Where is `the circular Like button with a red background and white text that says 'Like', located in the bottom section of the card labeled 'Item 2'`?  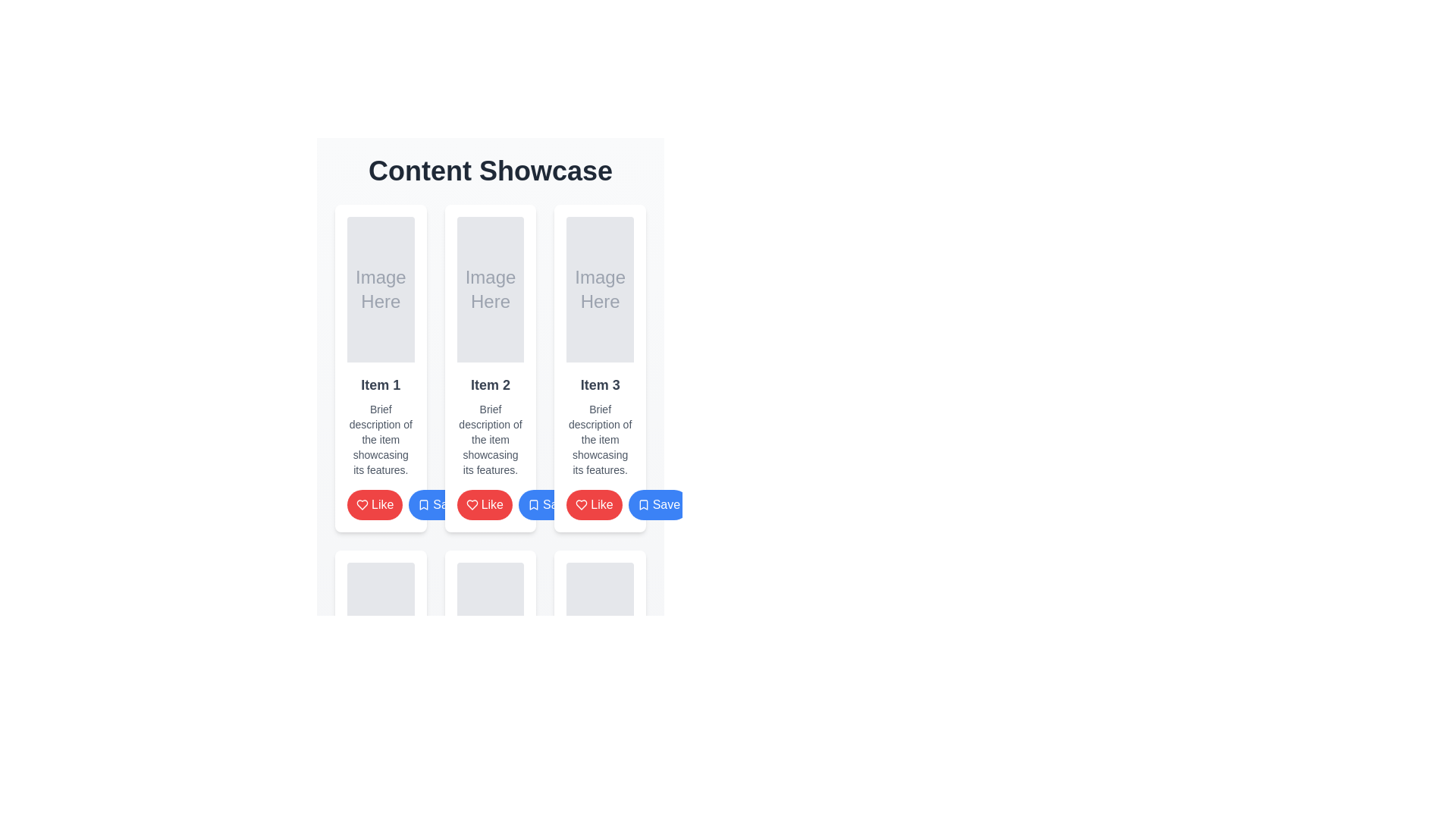 the circular Like button with a red background and white text that says 'Like', located in the bottom section of the card labeled 'Item 2' is located at coordinates (484, 505).